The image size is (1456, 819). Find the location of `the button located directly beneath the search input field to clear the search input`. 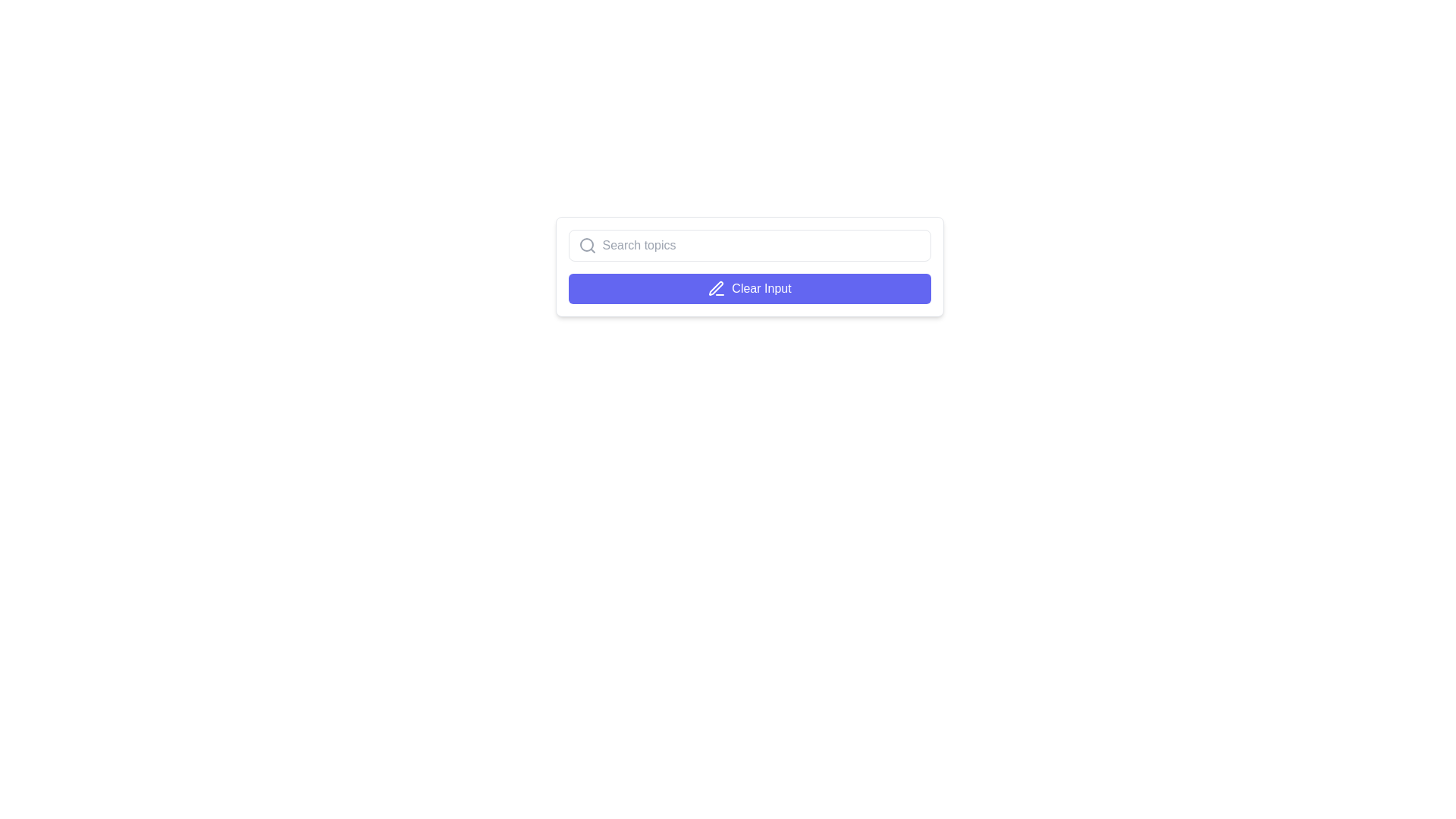

the button located directly beneath the search input field to clear the search input is located at coordinates (749, 265).